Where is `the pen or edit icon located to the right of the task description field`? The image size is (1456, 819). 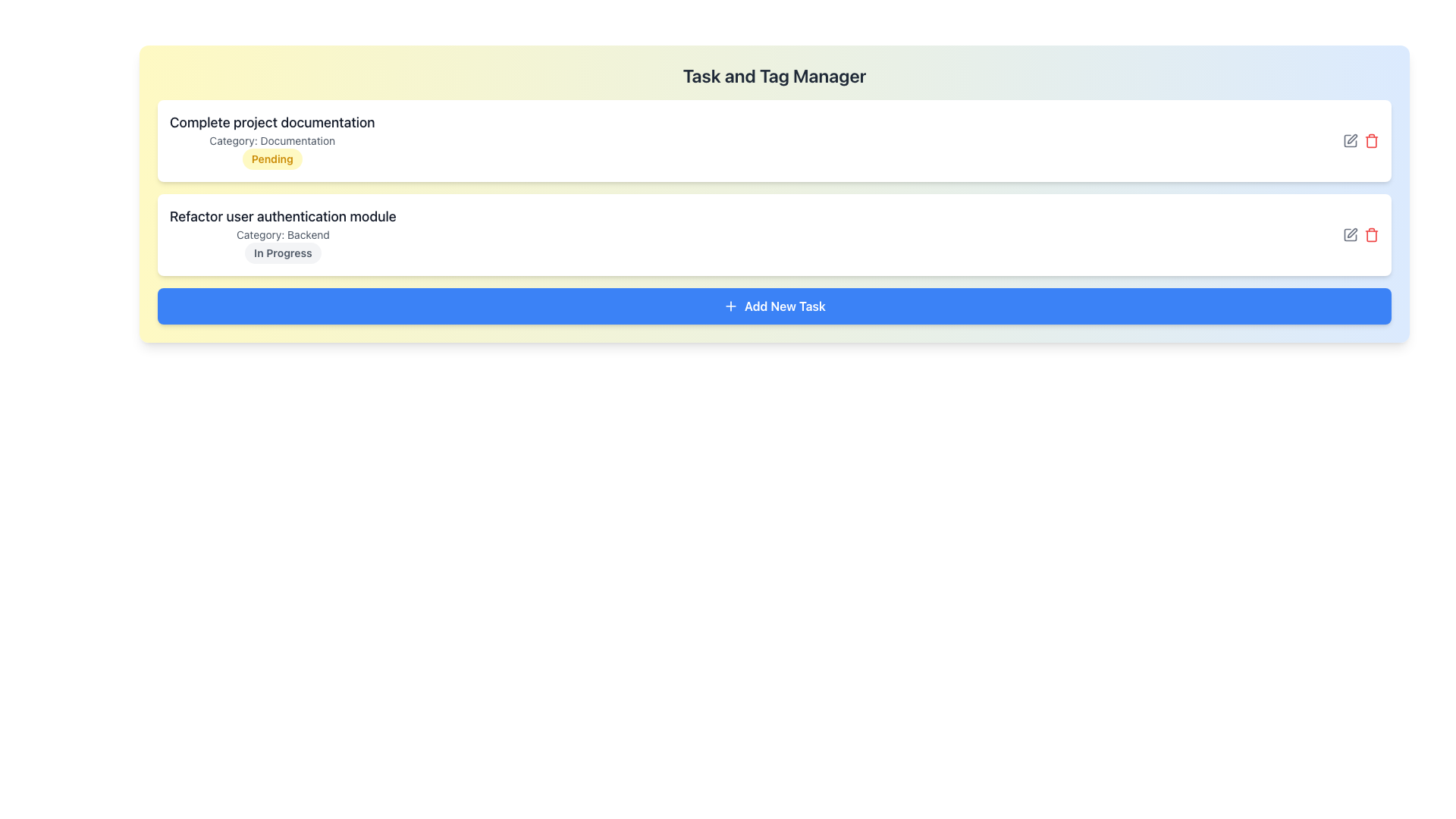
the pen or edit icon located to the right of the task description field is located at coordinates (1352, 139).